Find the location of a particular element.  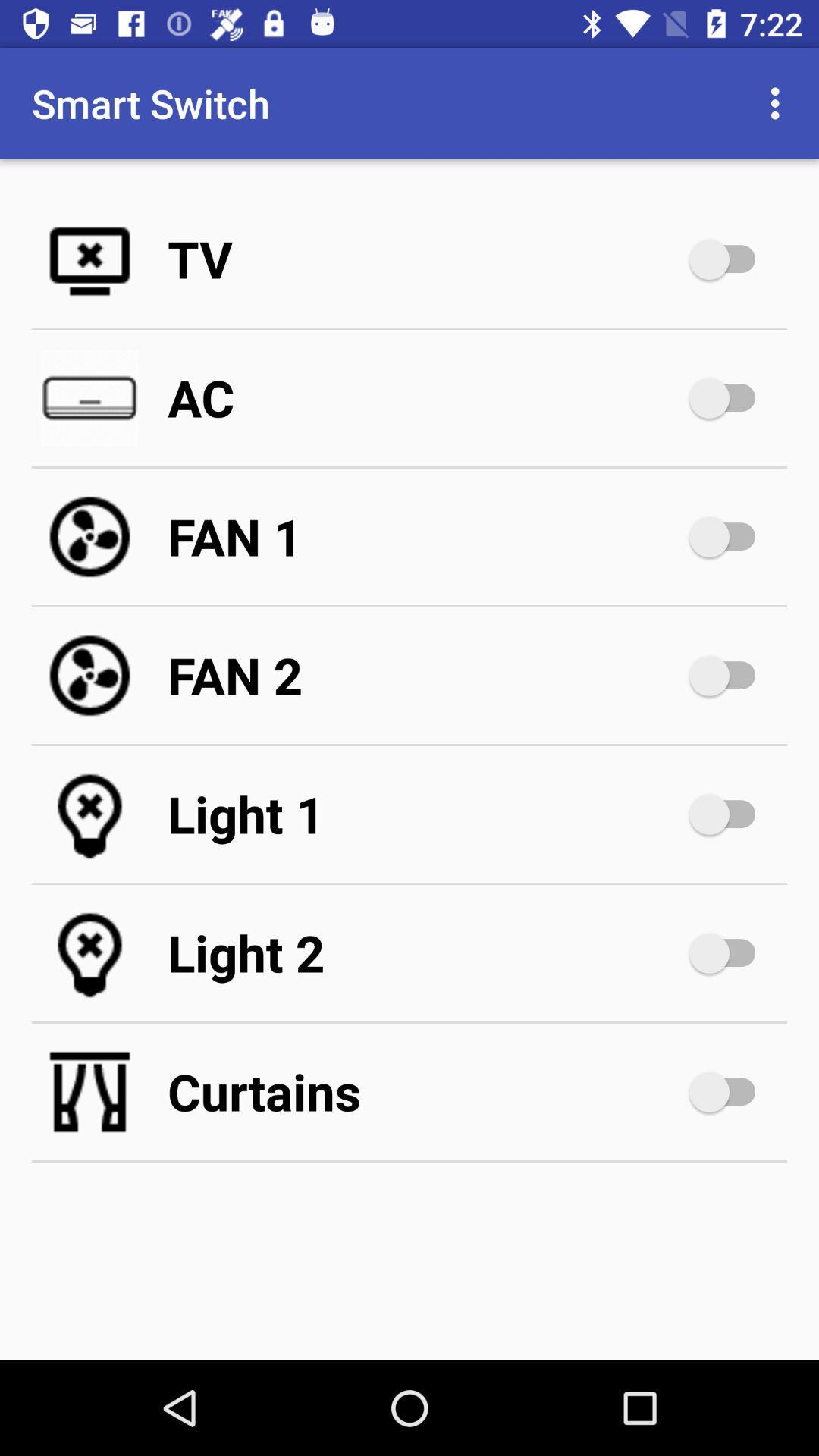

curtains is located at coordinates (425, 1092).